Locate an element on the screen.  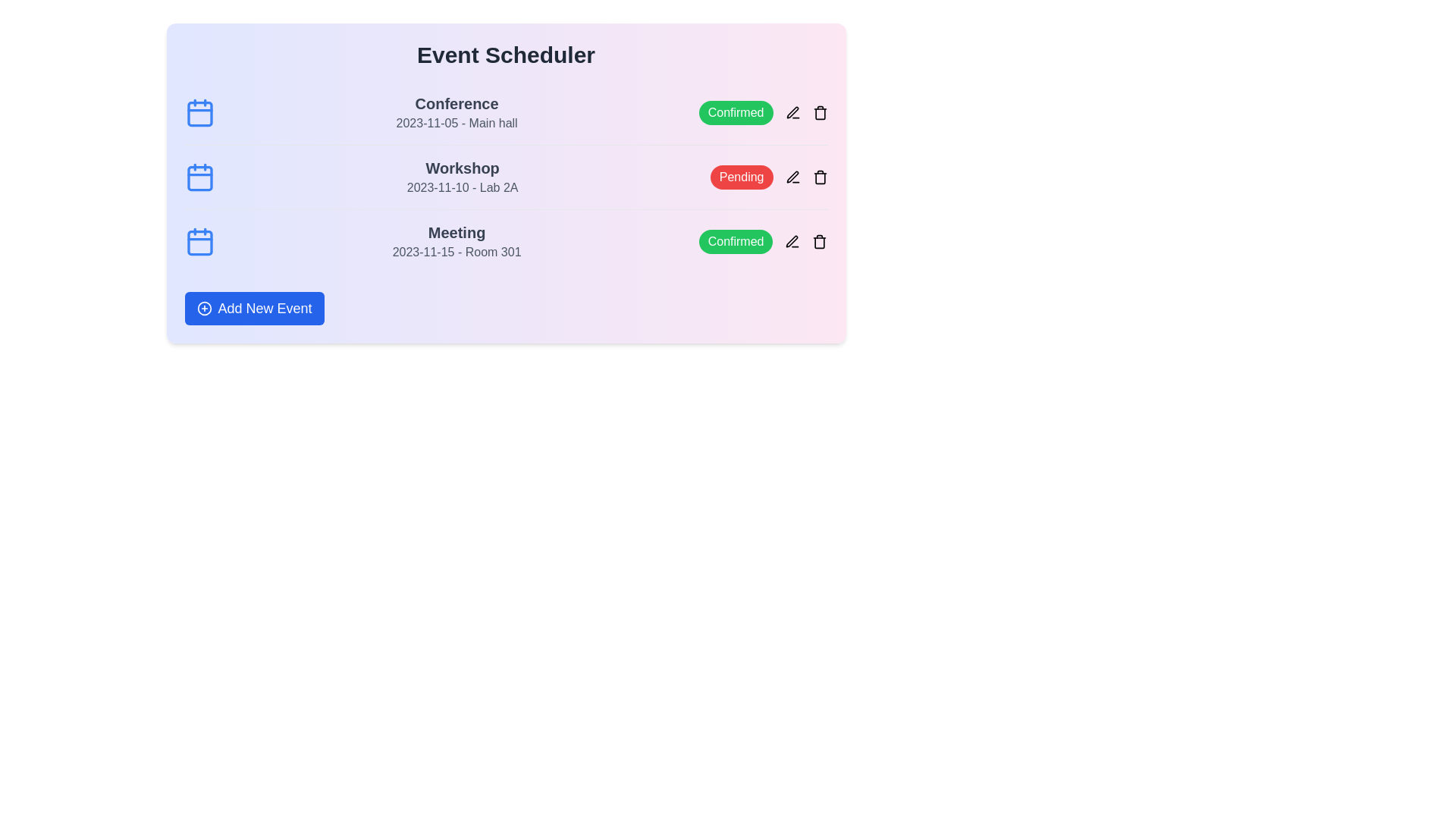
the non-interactive text label displaying the date and location associated with the 'Meeting' in the 'Event Scheduler' interface, located in the third row of the listed events section is located at coordinates (456, 251).